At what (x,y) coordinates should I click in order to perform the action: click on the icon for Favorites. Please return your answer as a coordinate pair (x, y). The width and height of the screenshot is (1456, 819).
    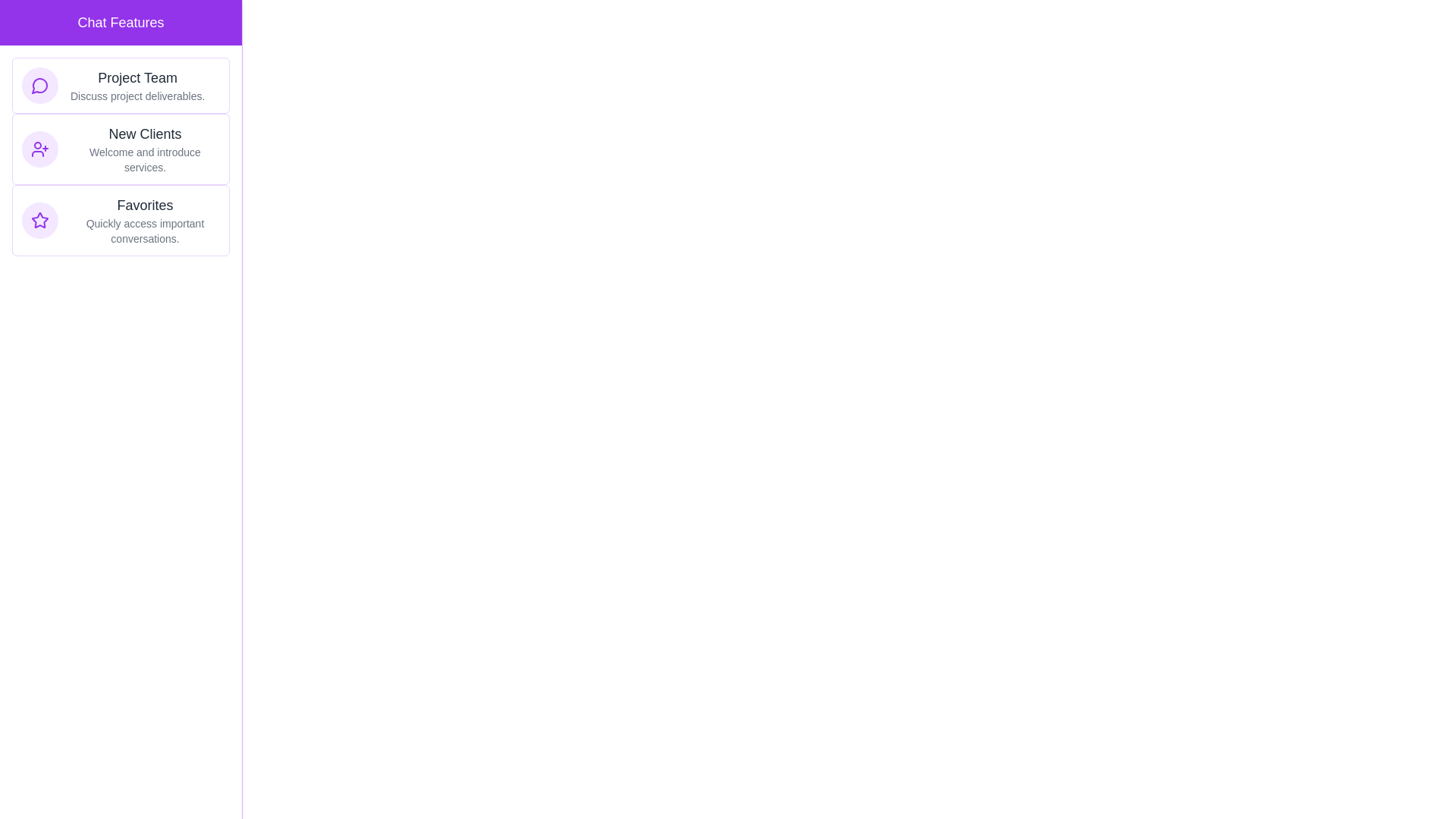
    Looking at the image, I should click on (39, 220).